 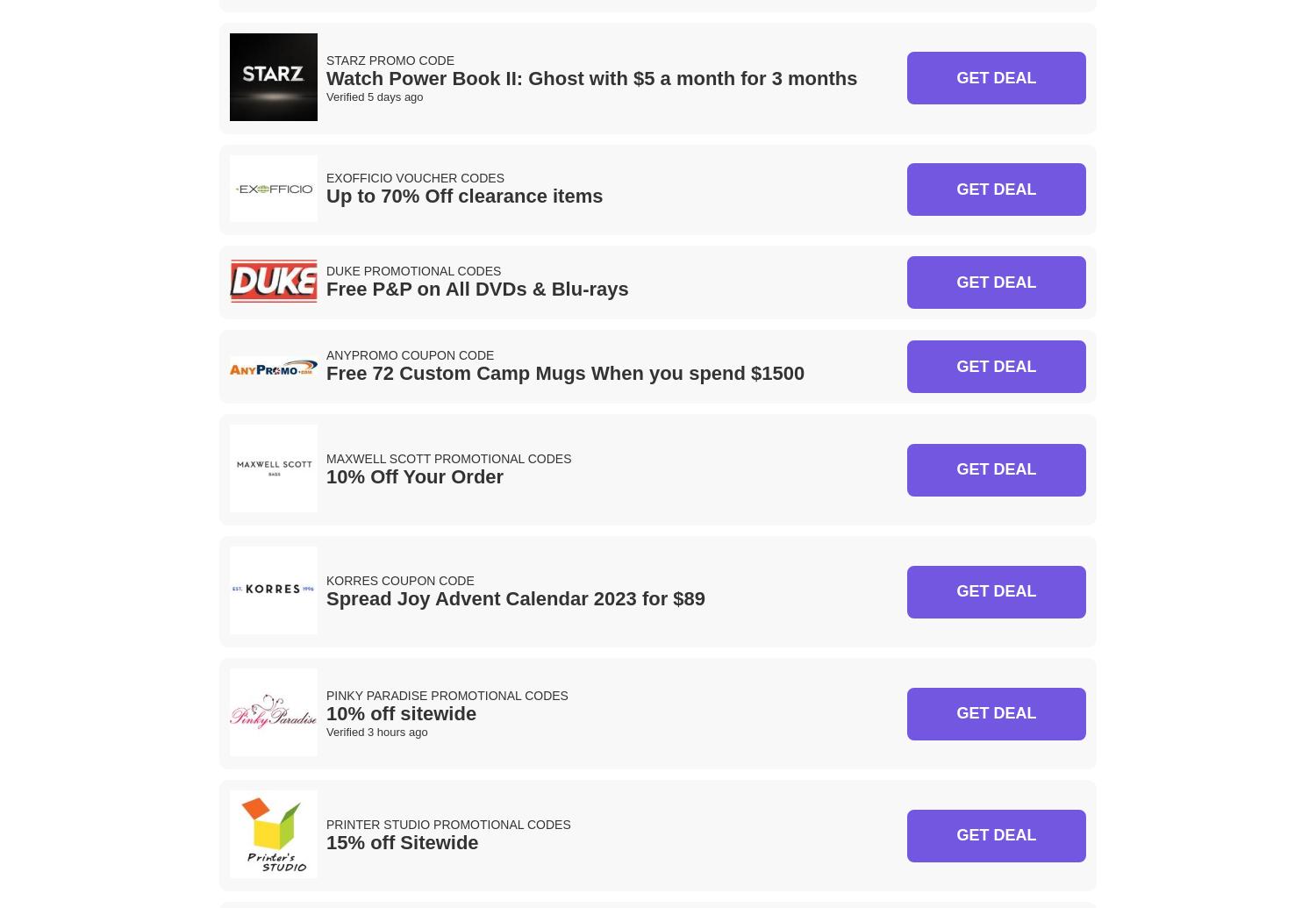 I want to click on 'Up to 70% Off clearance items', so click(x=464, y=196).